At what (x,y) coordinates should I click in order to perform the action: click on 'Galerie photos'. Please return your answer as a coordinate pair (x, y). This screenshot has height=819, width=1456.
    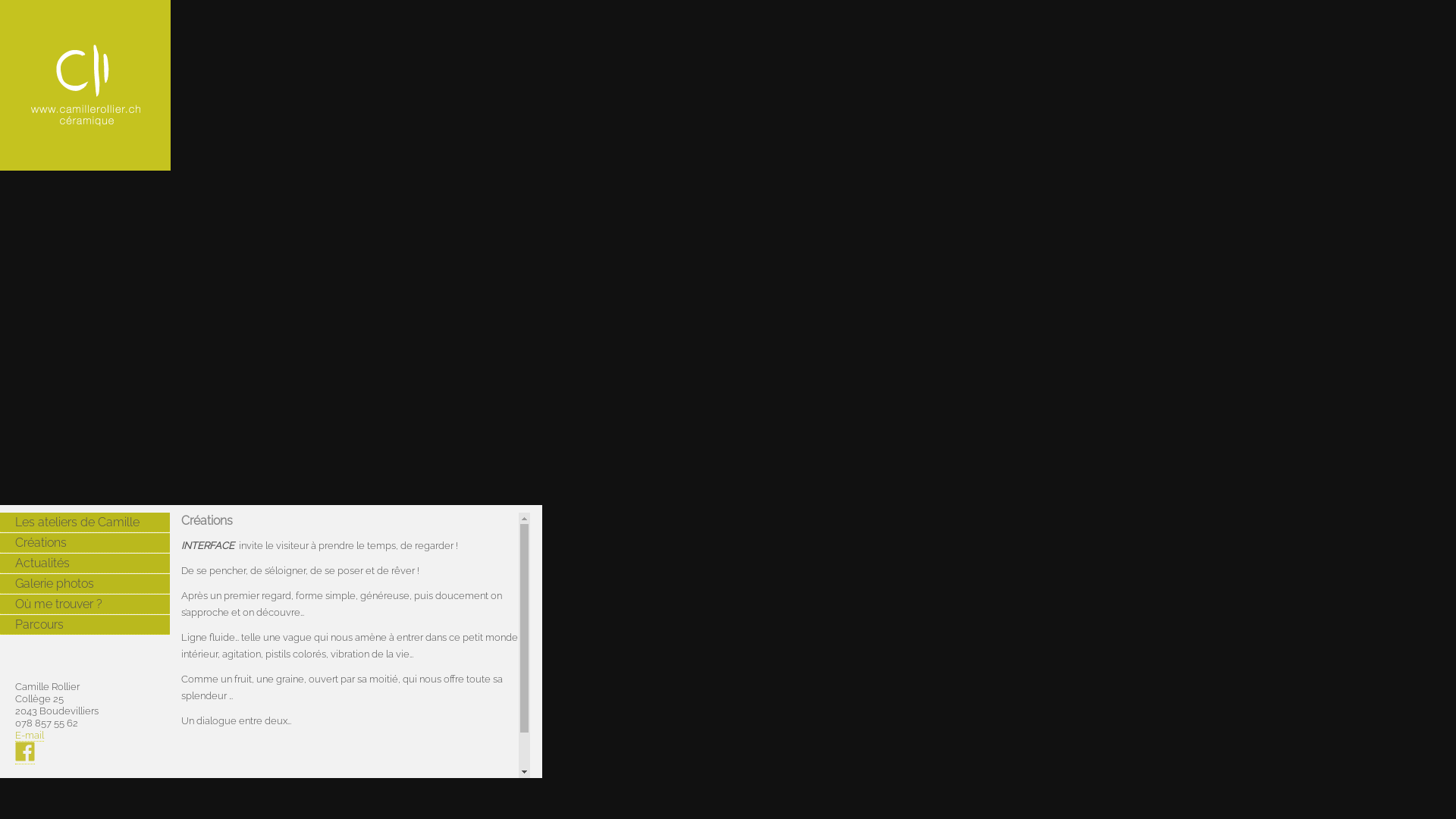
    Looking at the image, I should click on (83, 583).